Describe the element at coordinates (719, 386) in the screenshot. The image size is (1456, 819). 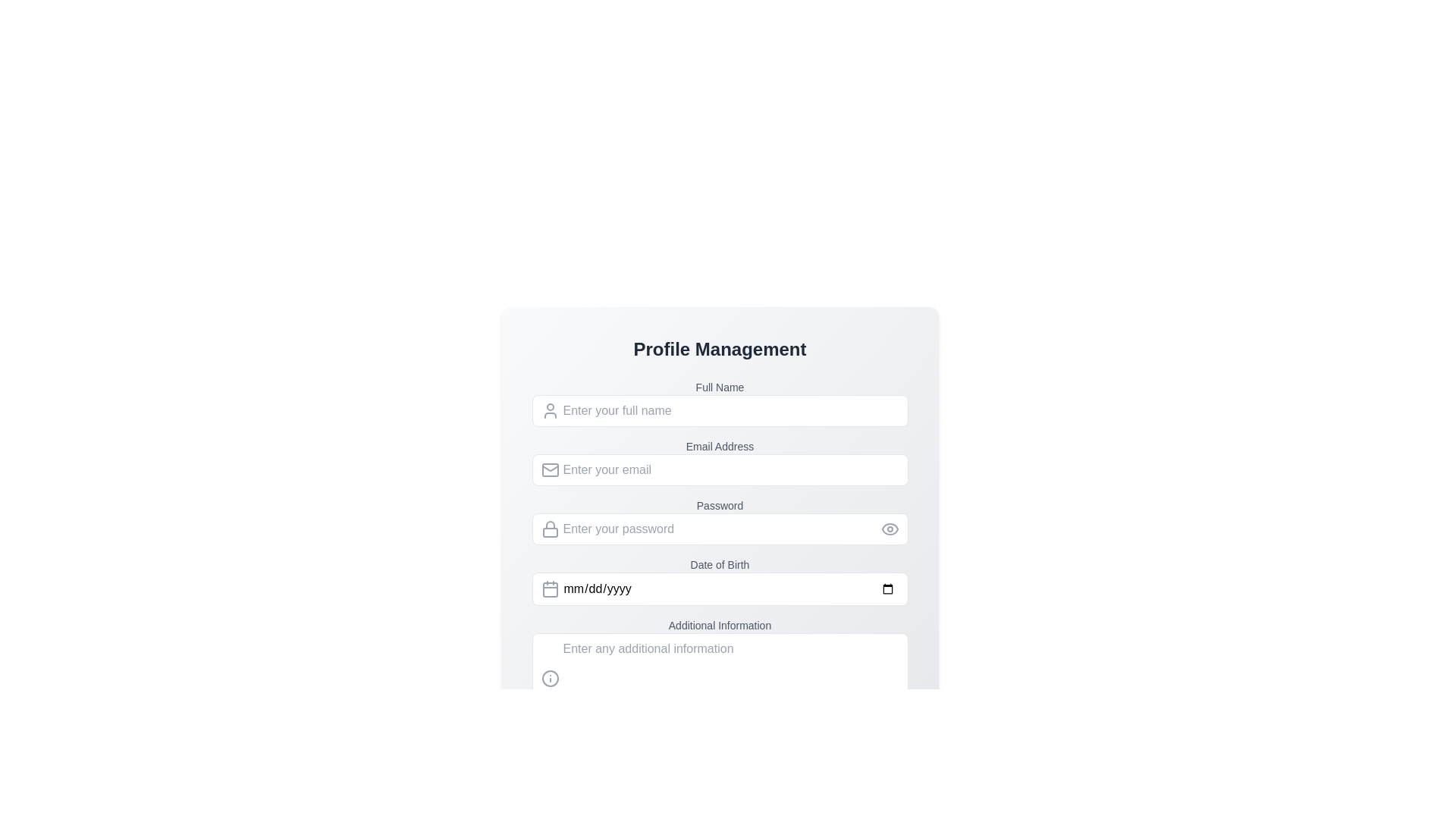
I see `'Full Name' label, which is a text label styled in gray color and positioned at the top of the Profile Management form, to understand the expected input` at that location.